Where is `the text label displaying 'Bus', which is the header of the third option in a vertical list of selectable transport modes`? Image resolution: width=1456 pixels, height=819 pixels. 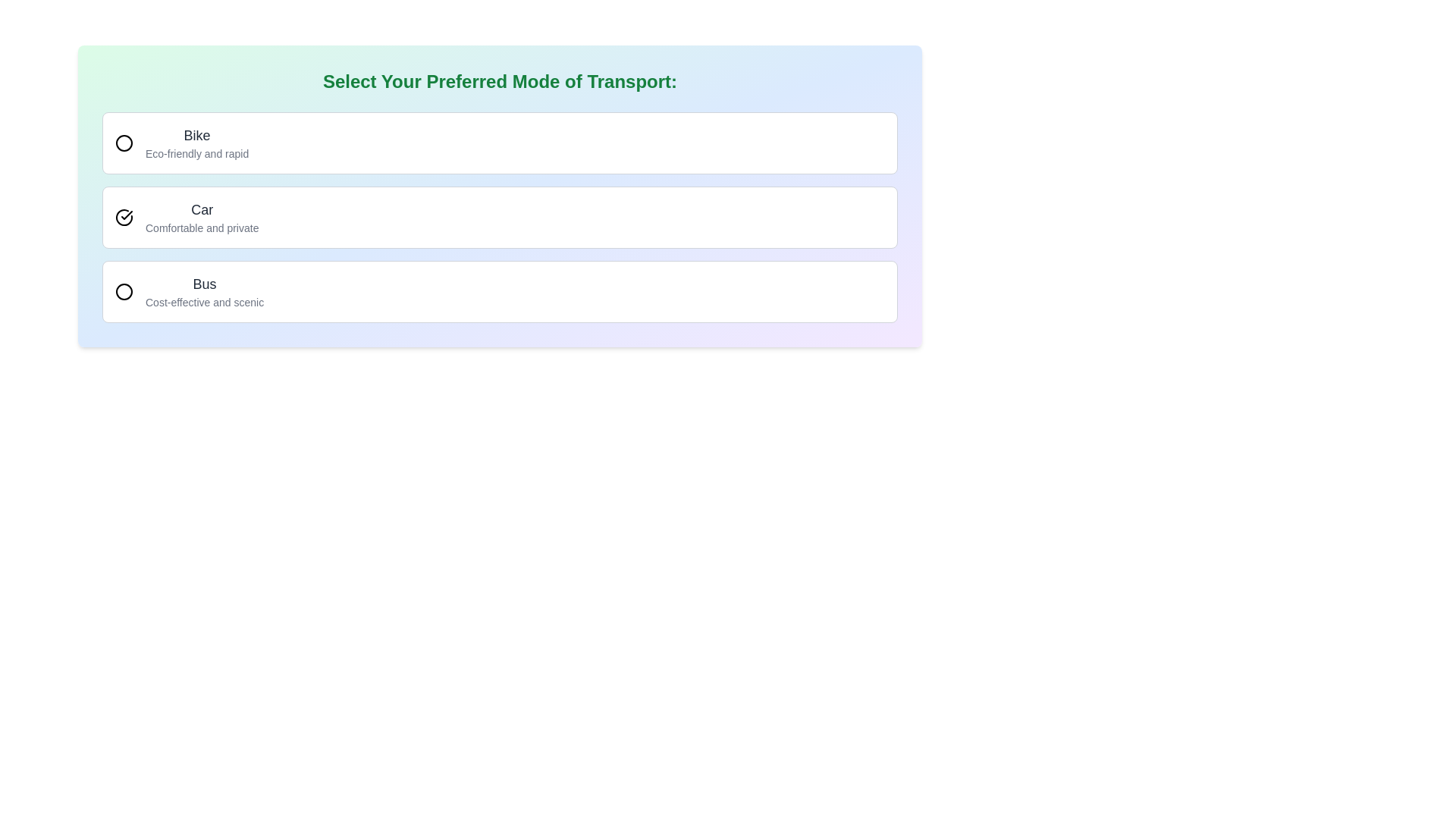
the text label displaying 'Bus', which is the header of the third option in a vertical list of selectable transport modes is located at coordinates (204, 284).